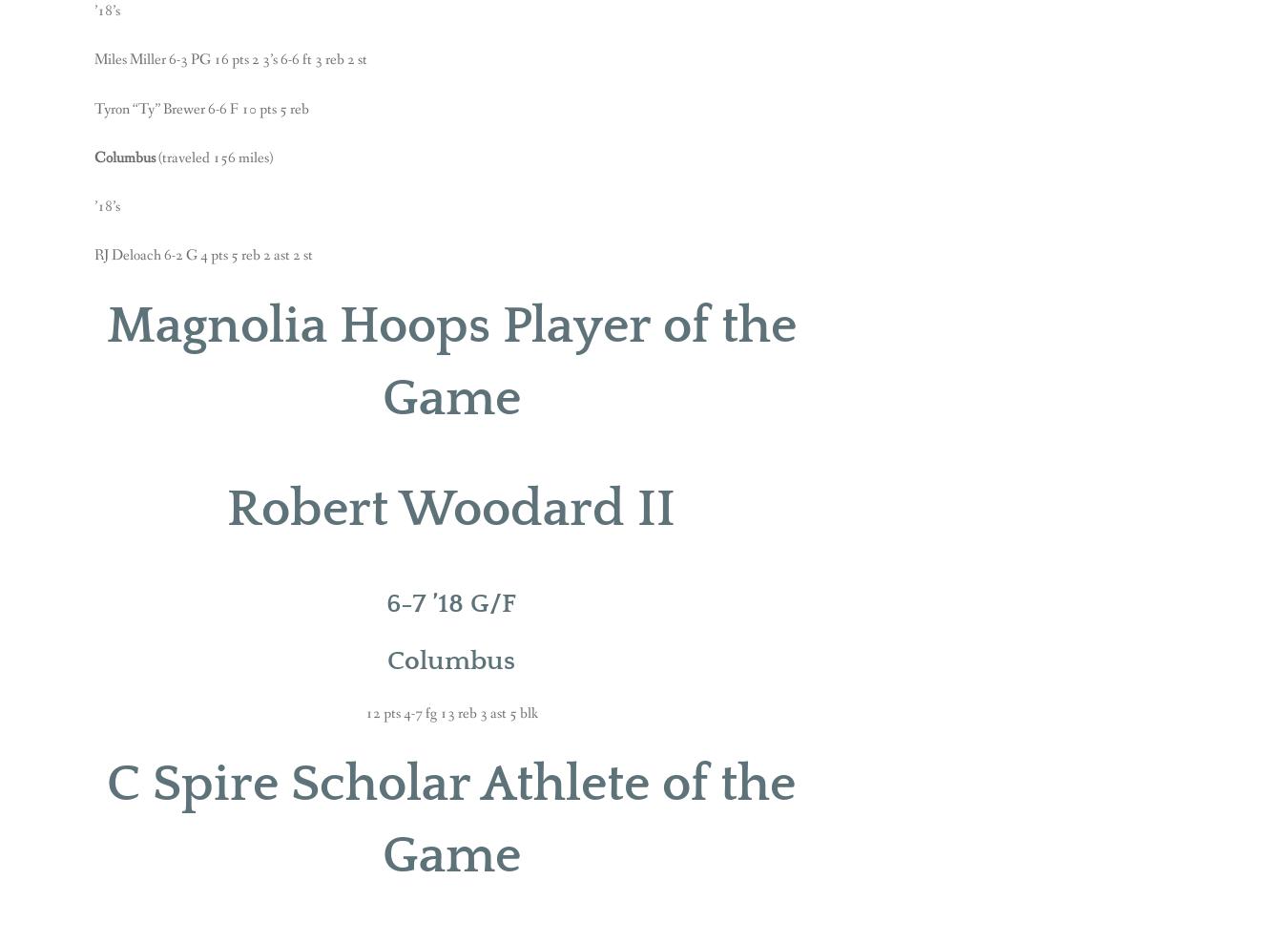 This screenshot has height=943, width=1288. I want to click on '12 pts 4-7 fg 13 reb 3 ast 5 blk', so click(449, 711).